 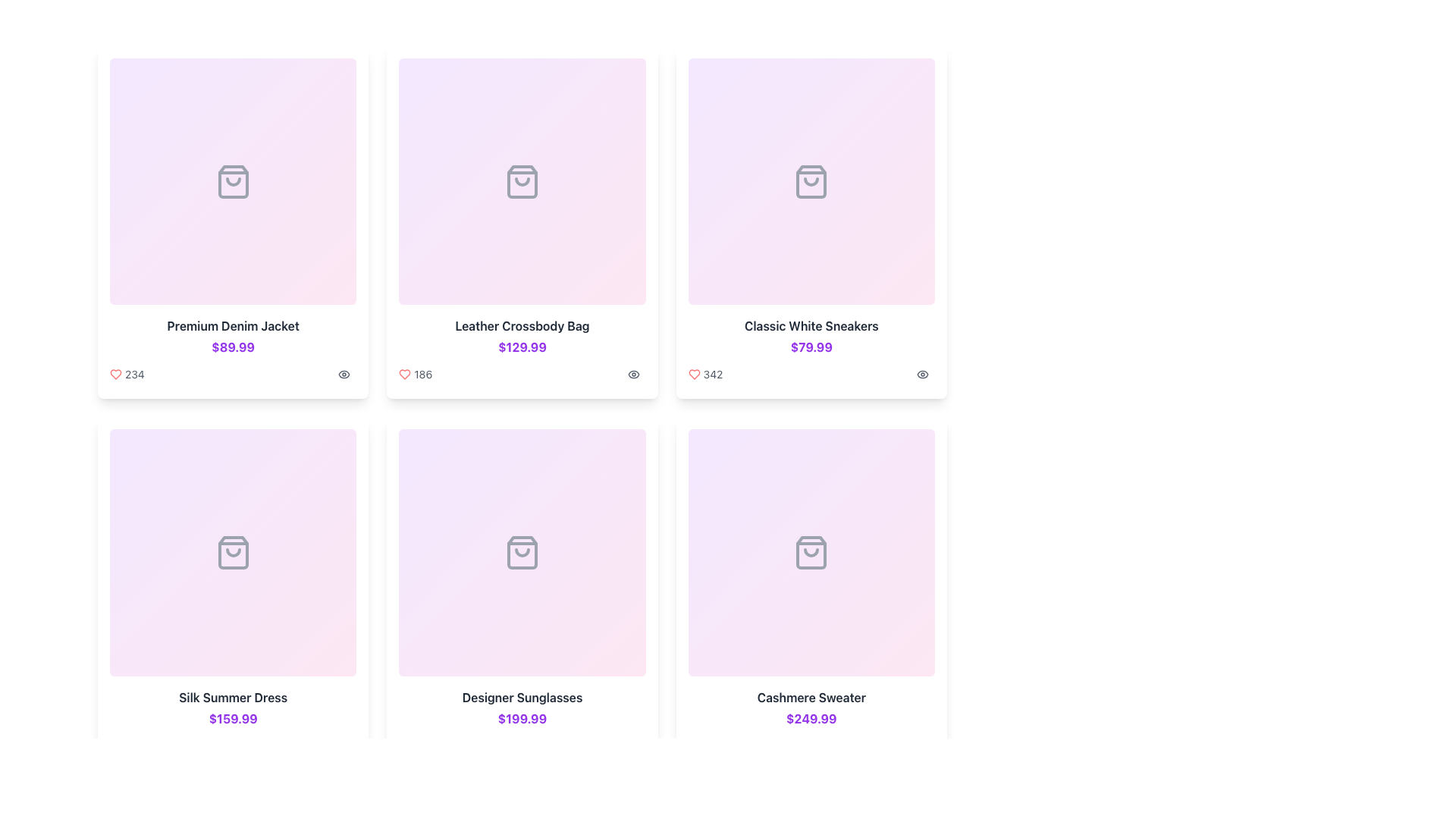 I want to click on number displayed in the text label indicating the likes or interactions for the 'Leather Crossbody Bag', located below the product card and next to a red heart icon, so click(x=423, y=375).